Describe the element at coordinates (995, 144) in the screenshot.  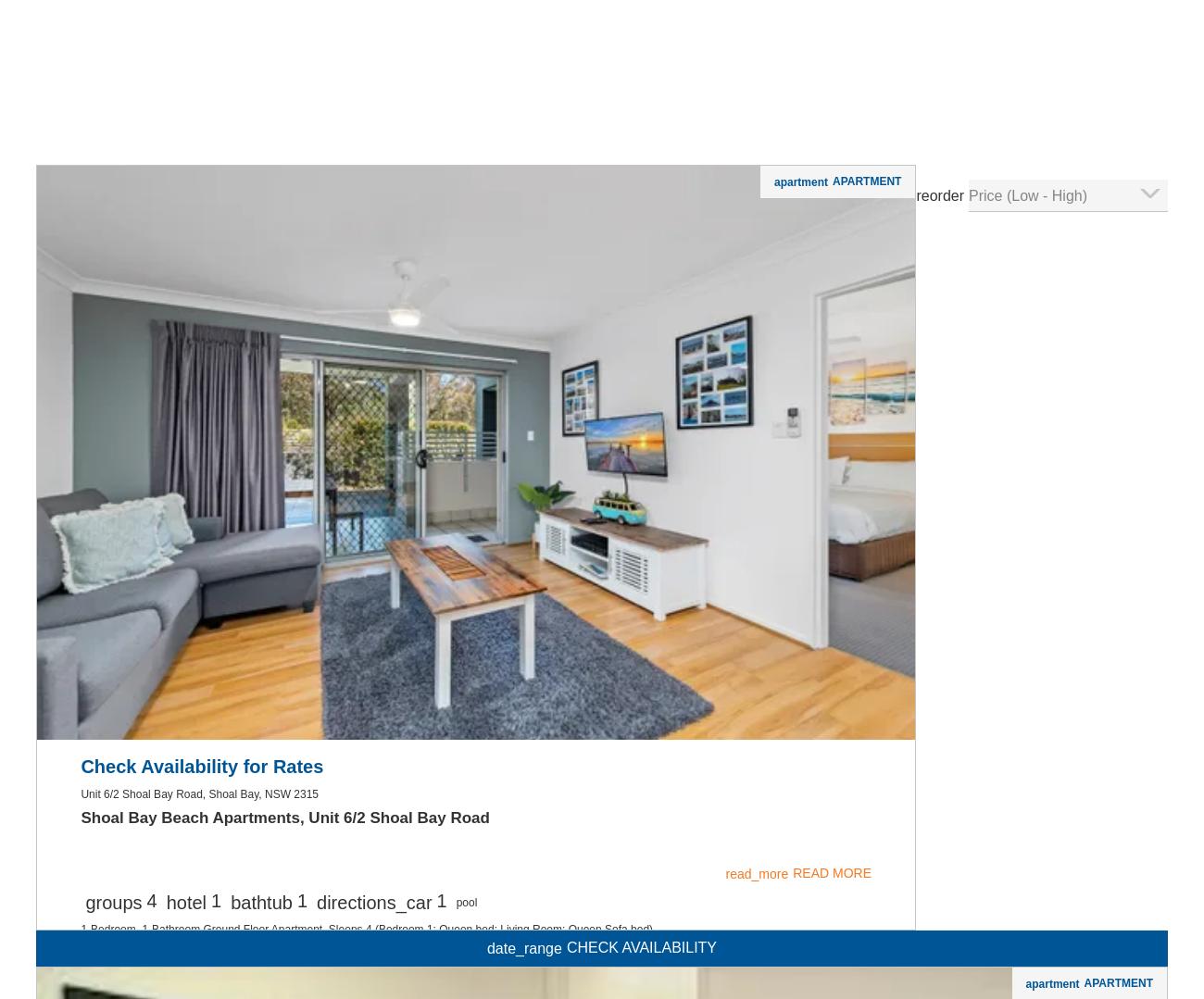
I see `'read_more'` at that location.